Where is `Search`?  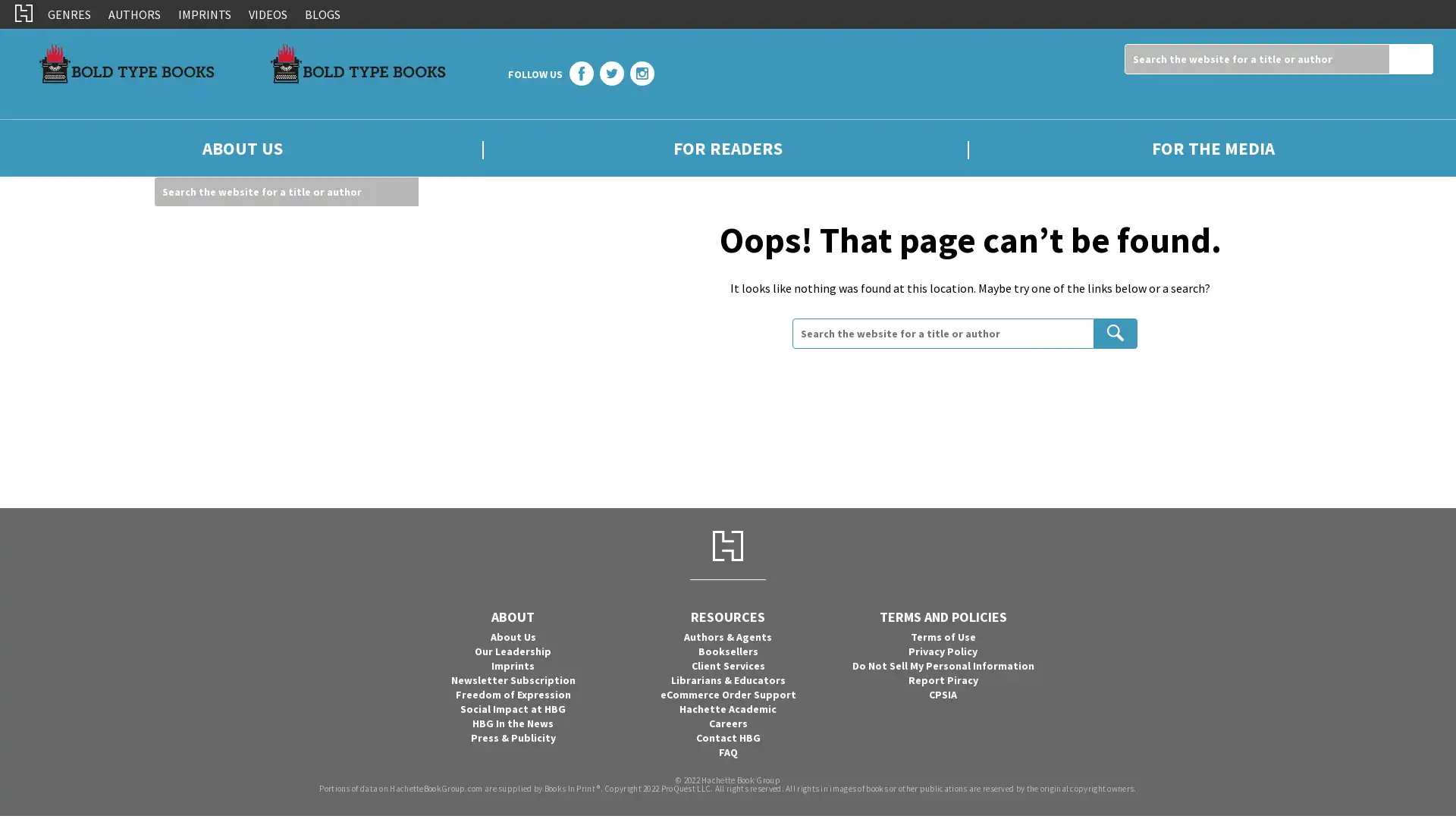 Search is located at coordinates (1115, 332).